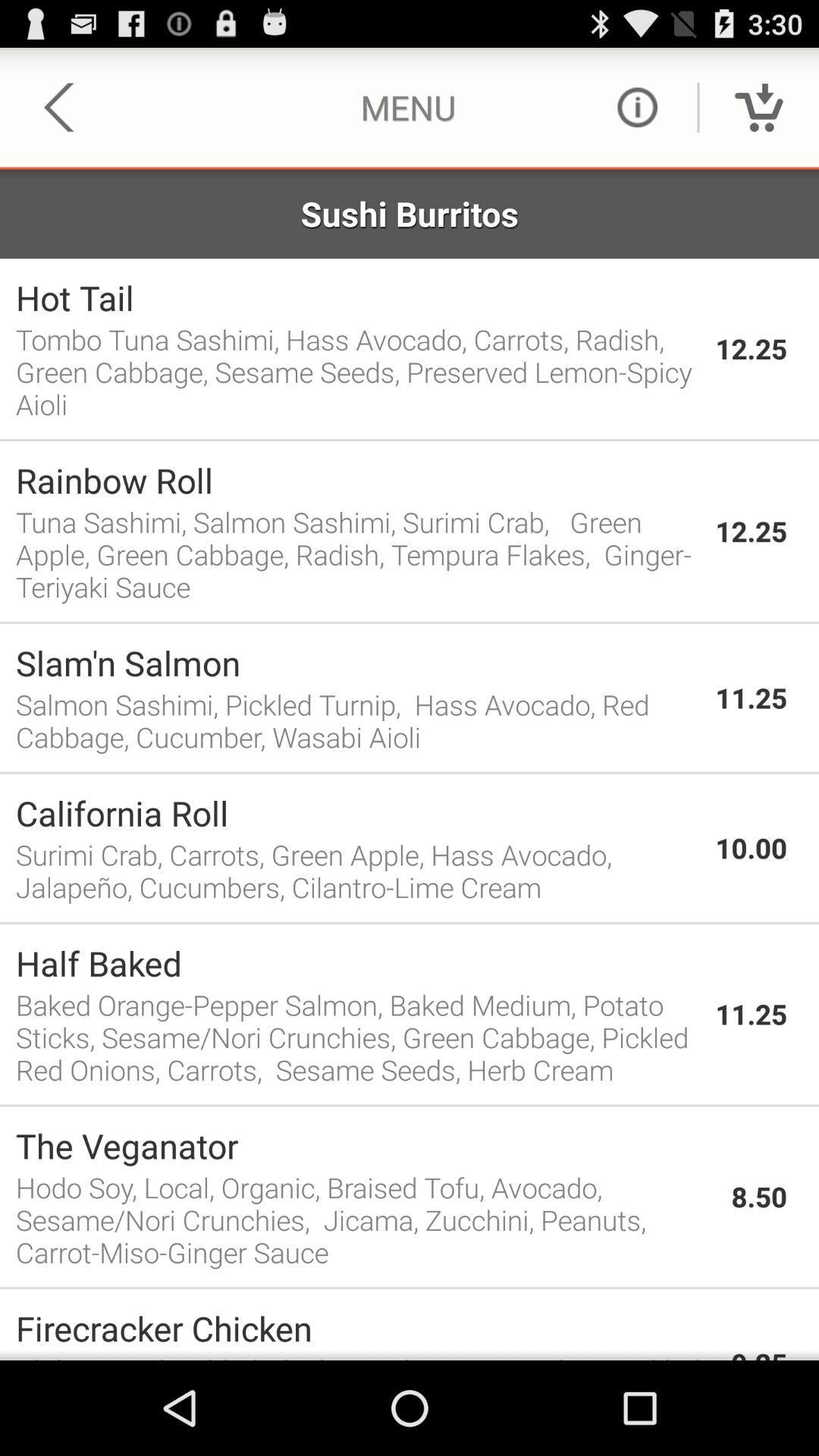 This screenshot has height=1456, width=819. What do you see at coordinates (357, 297) in the screenshot?
I see `app to the left of the 12.25` at bounding box center [357, 297].